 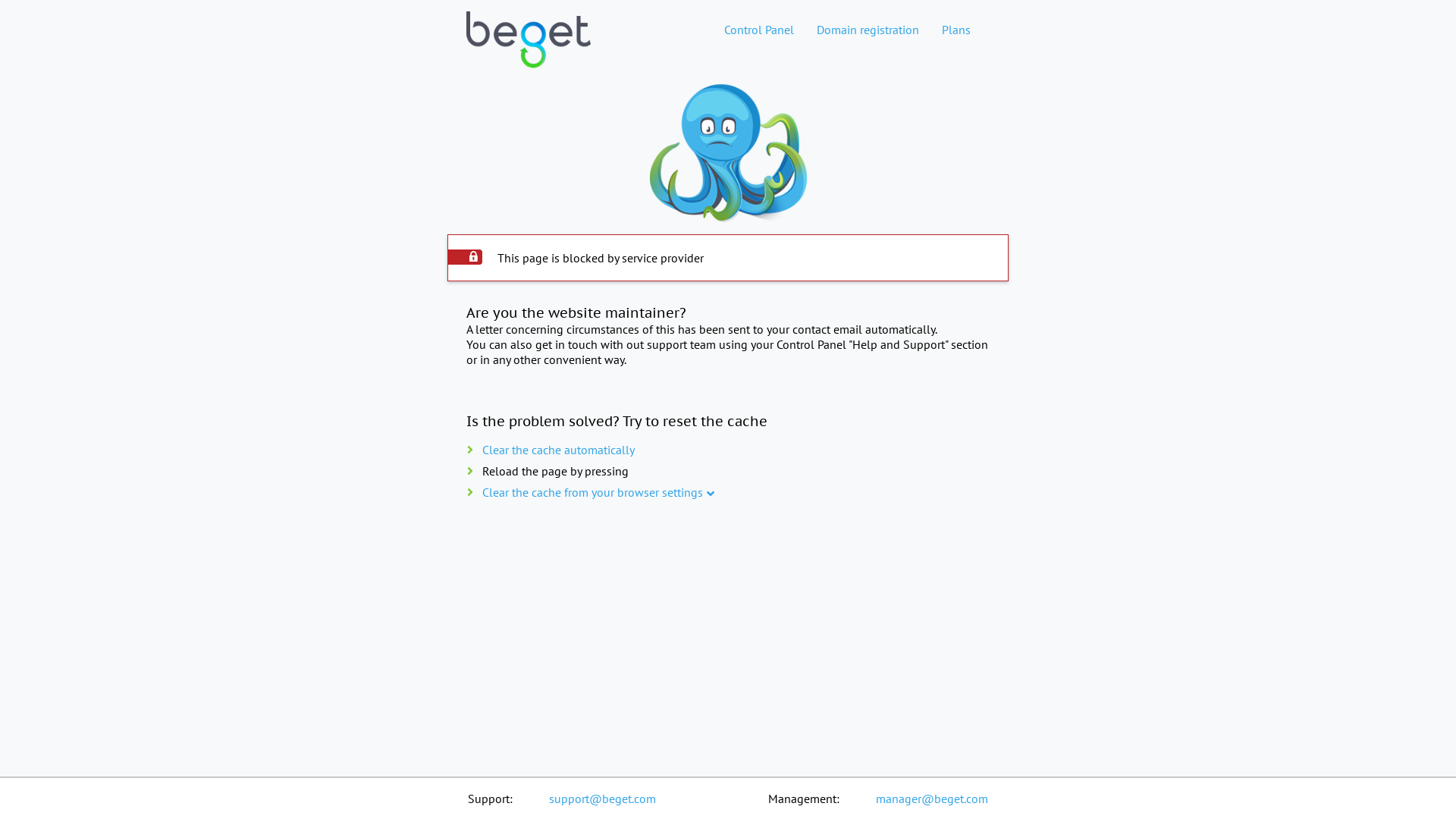 I want to click on 'Clear the cache from your browser settings', so click(x=591, y=491).